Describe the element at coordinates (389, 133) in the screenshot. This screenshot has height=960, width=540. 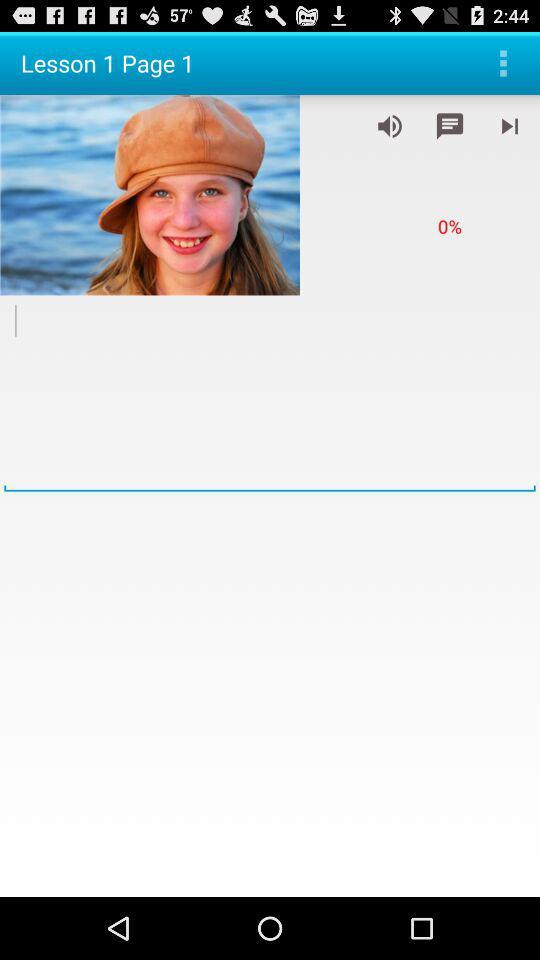
I see `the volume icon` at that location.